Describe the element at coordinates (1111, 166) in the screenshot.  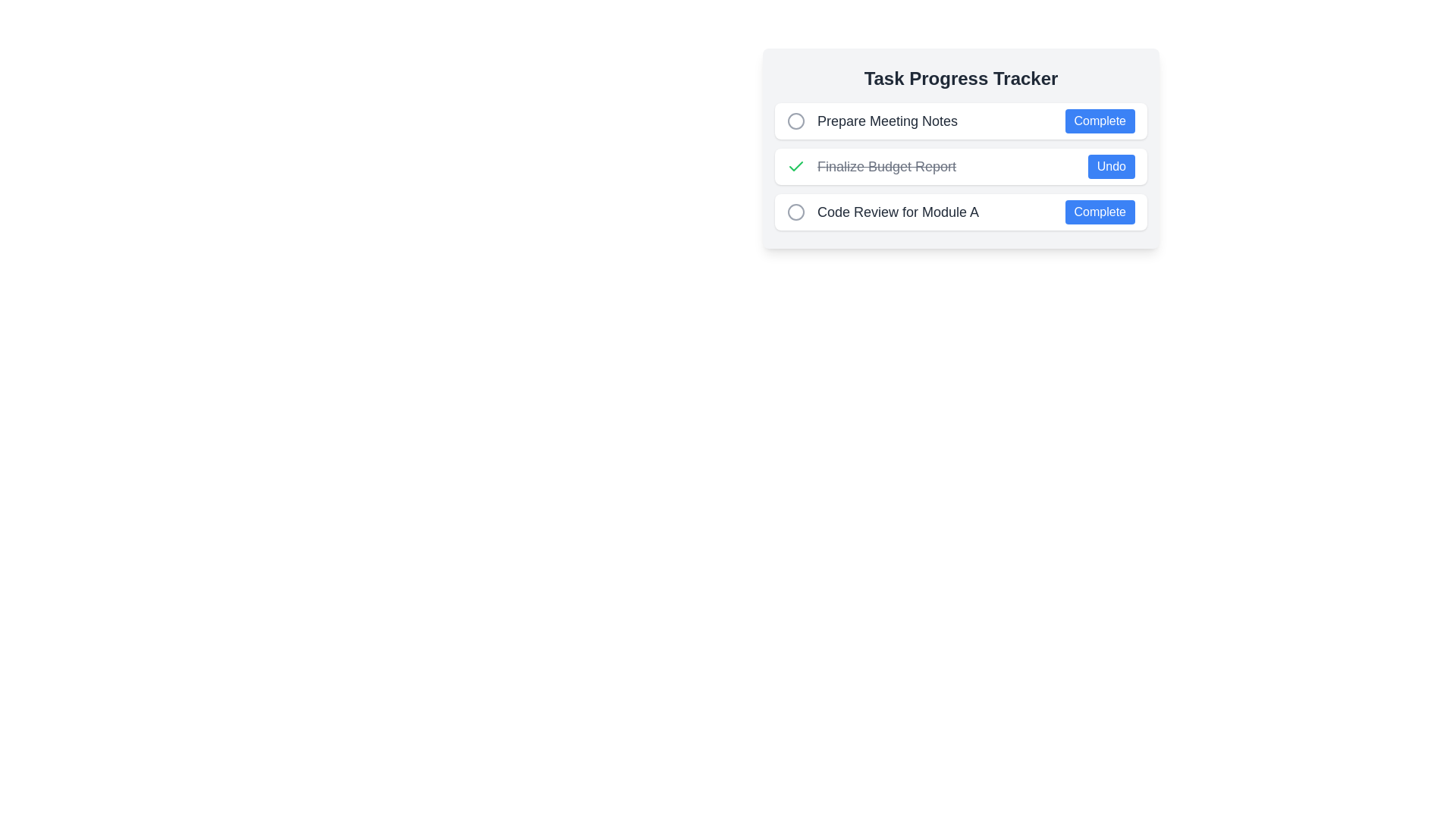
I see `the 'Undo' button, which is located at the far-right end of the 'Finalize Budget Report' task line item and visually aligned with the completion status indicator` at that location.